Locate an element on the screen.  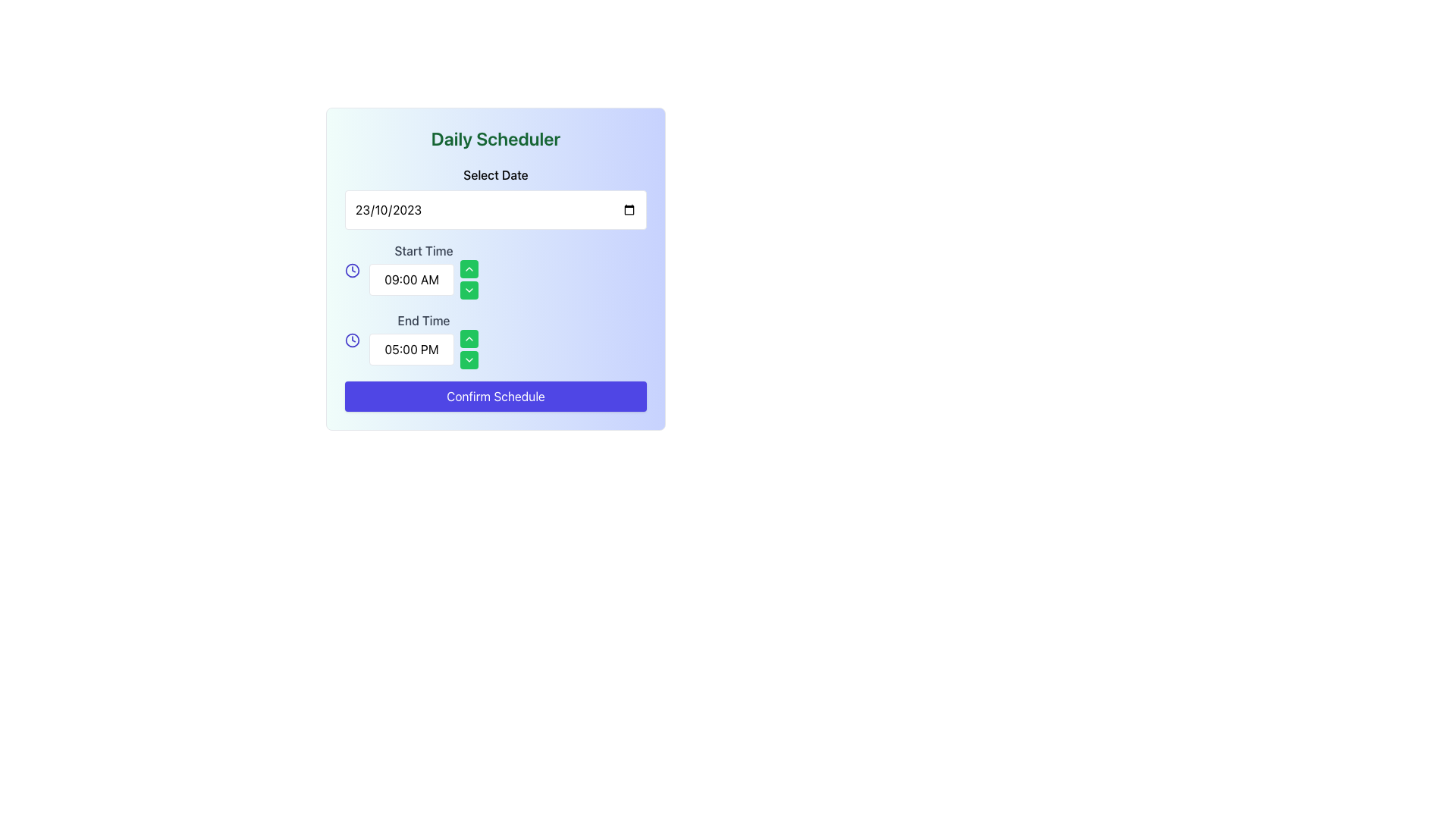
the first green button above the downward-pointing arrow button to increment the time in the 'End Time' field is located at coordinates (469, 338).